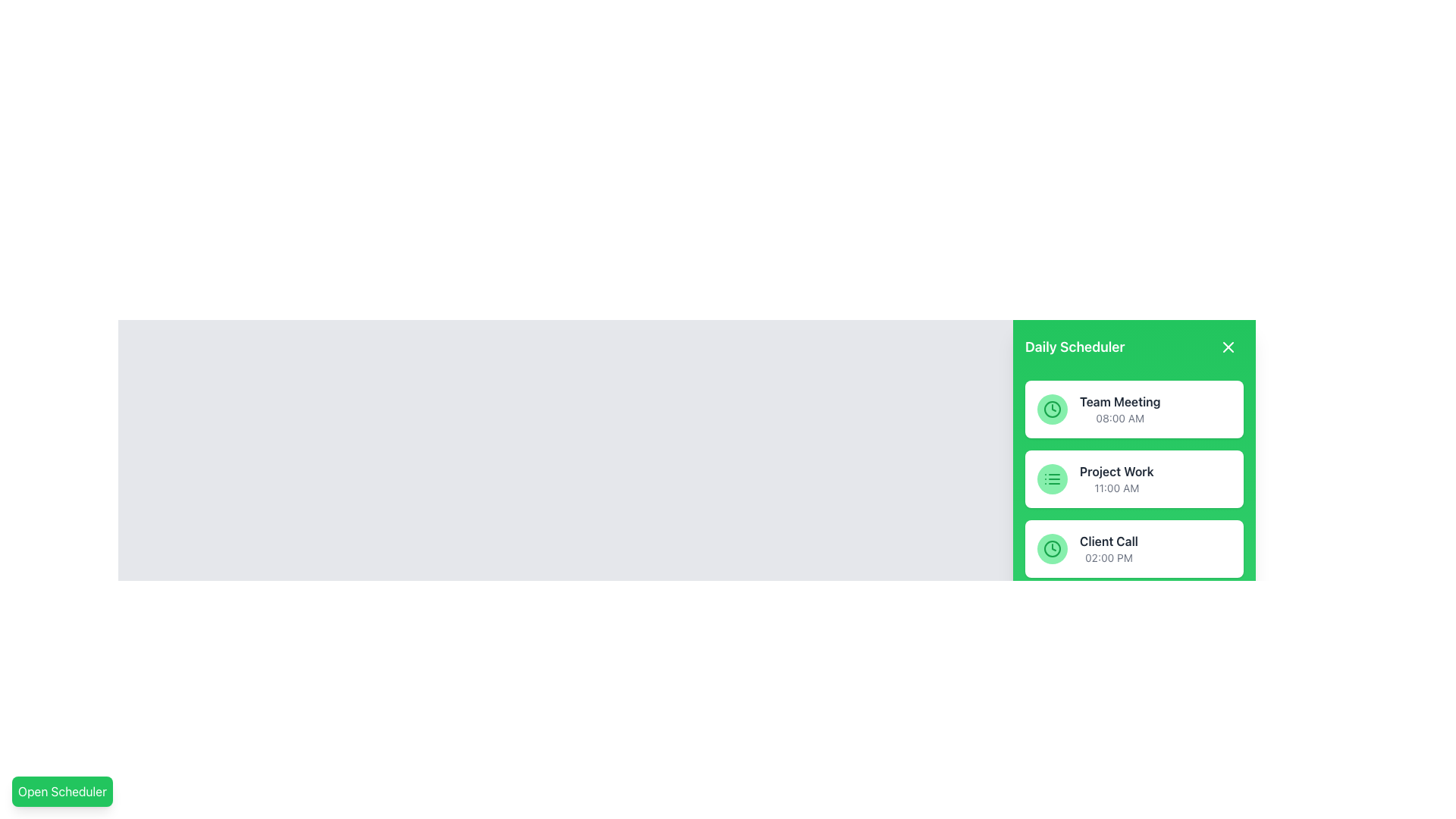 This screenshot has height=819, width=1456. Describe the element at coordinates (1228, 347) in the screenshot. I see `the close button located in the top-right corner of the 'Daily Scheduler' green card` at that location.